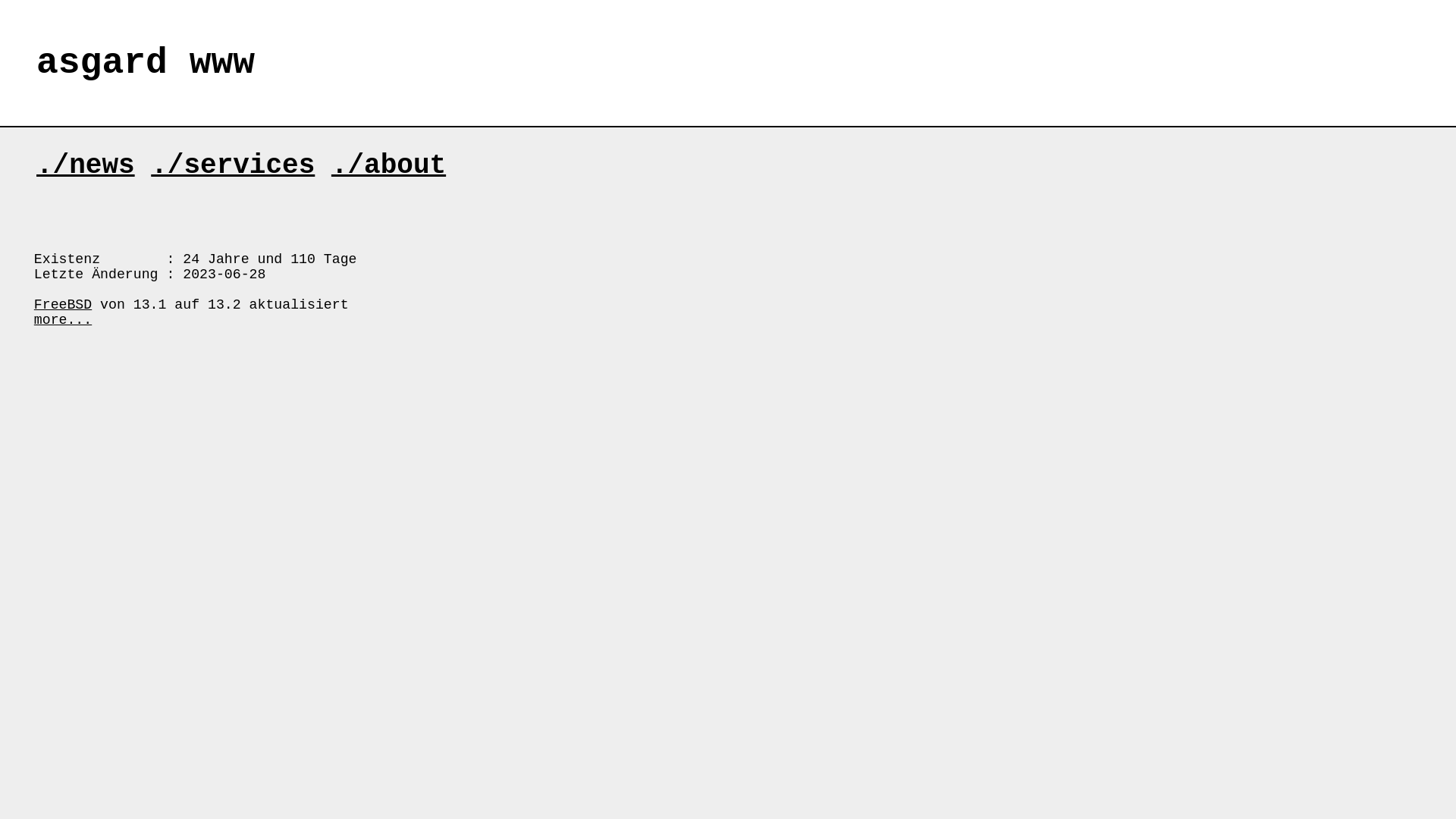 The image size is (1456, 819). Describe the element at coordinates (61, 304) in the screenshot. I see `'FreeBSD'` at that location.